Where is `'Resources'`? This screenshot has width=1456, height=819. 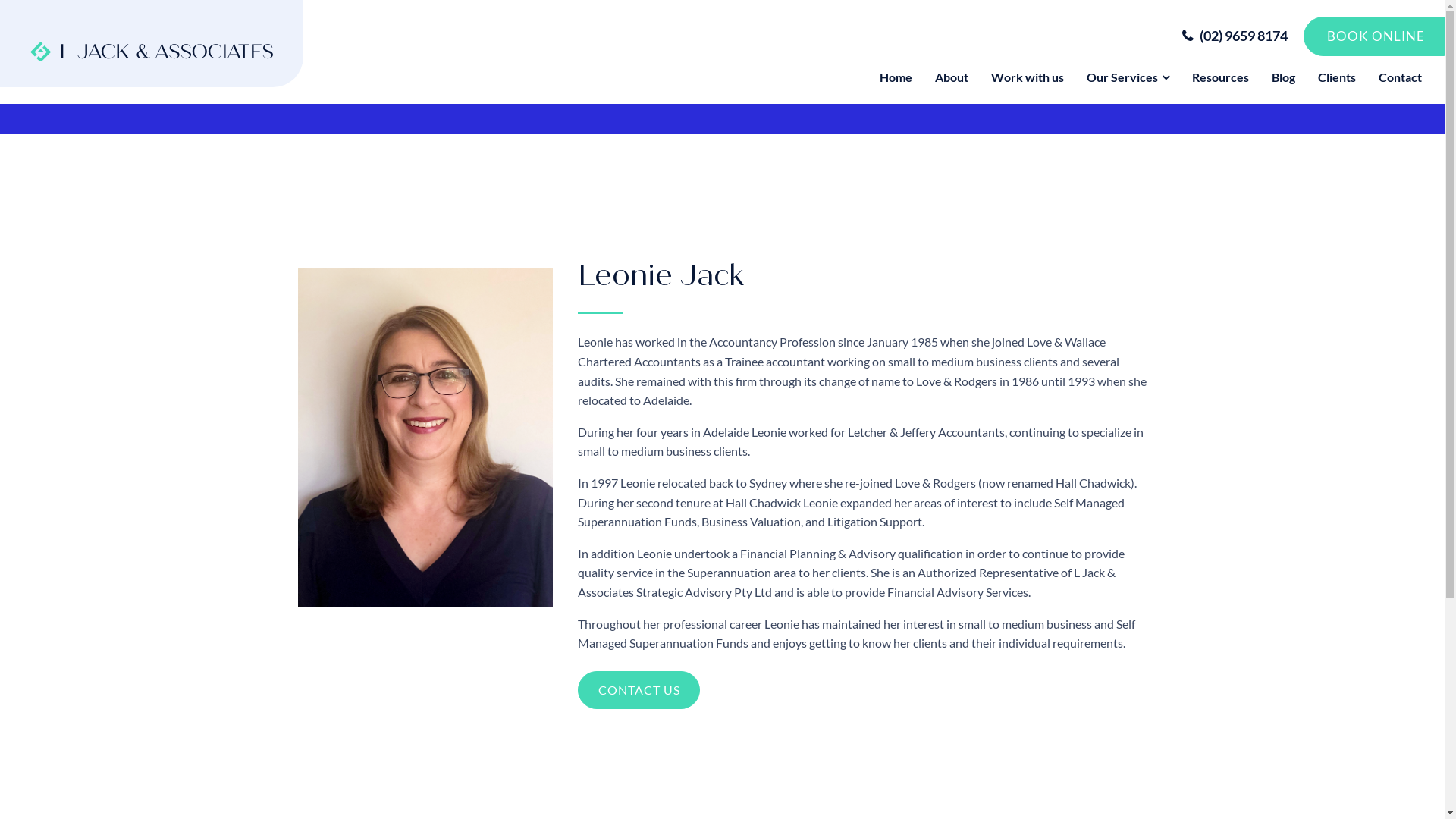 'Resources' is located at coordinates (1220, 77).